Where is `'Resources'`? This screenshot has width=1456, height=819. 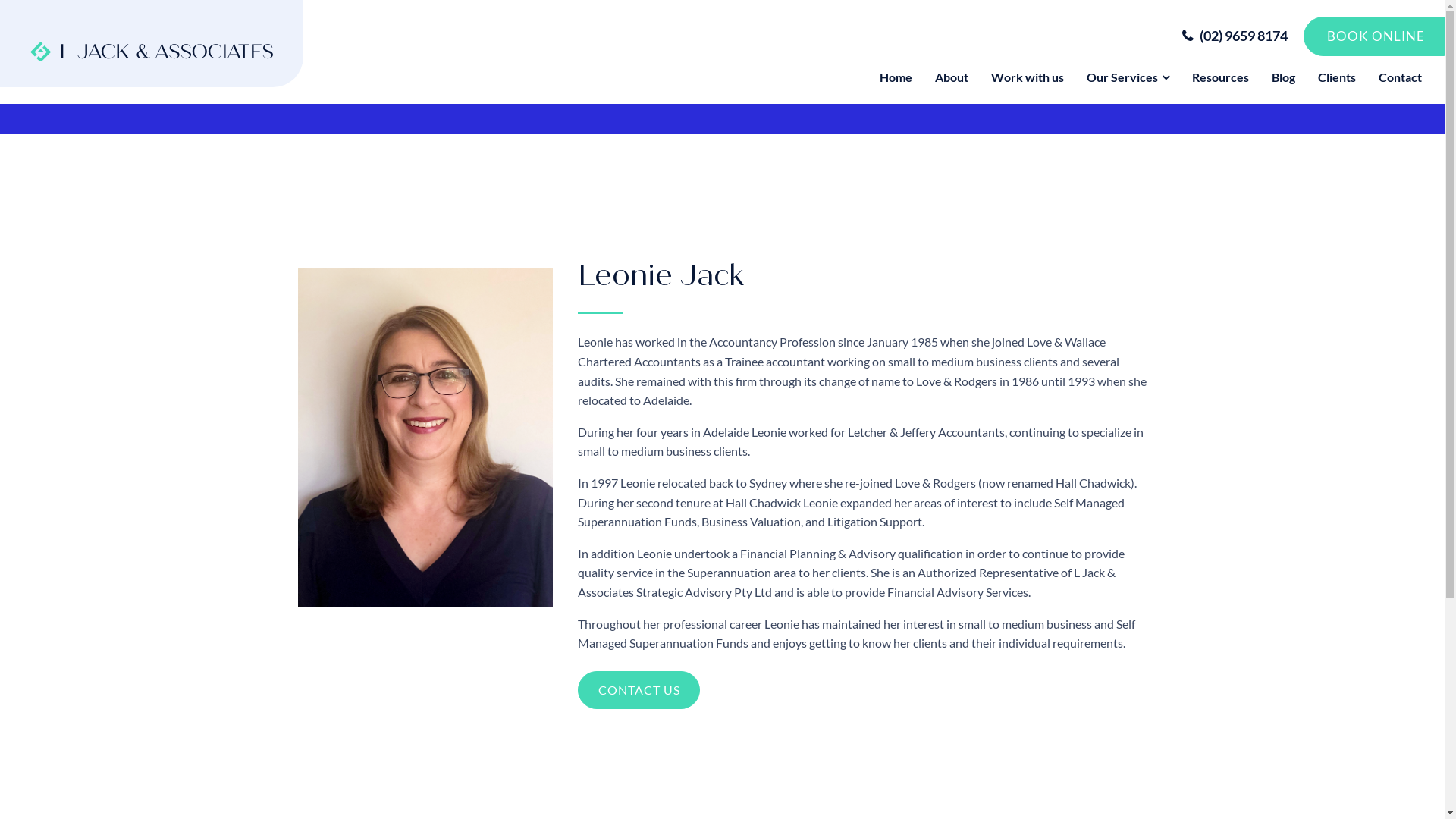 'Resources' is located at coordinates (1220, 77).